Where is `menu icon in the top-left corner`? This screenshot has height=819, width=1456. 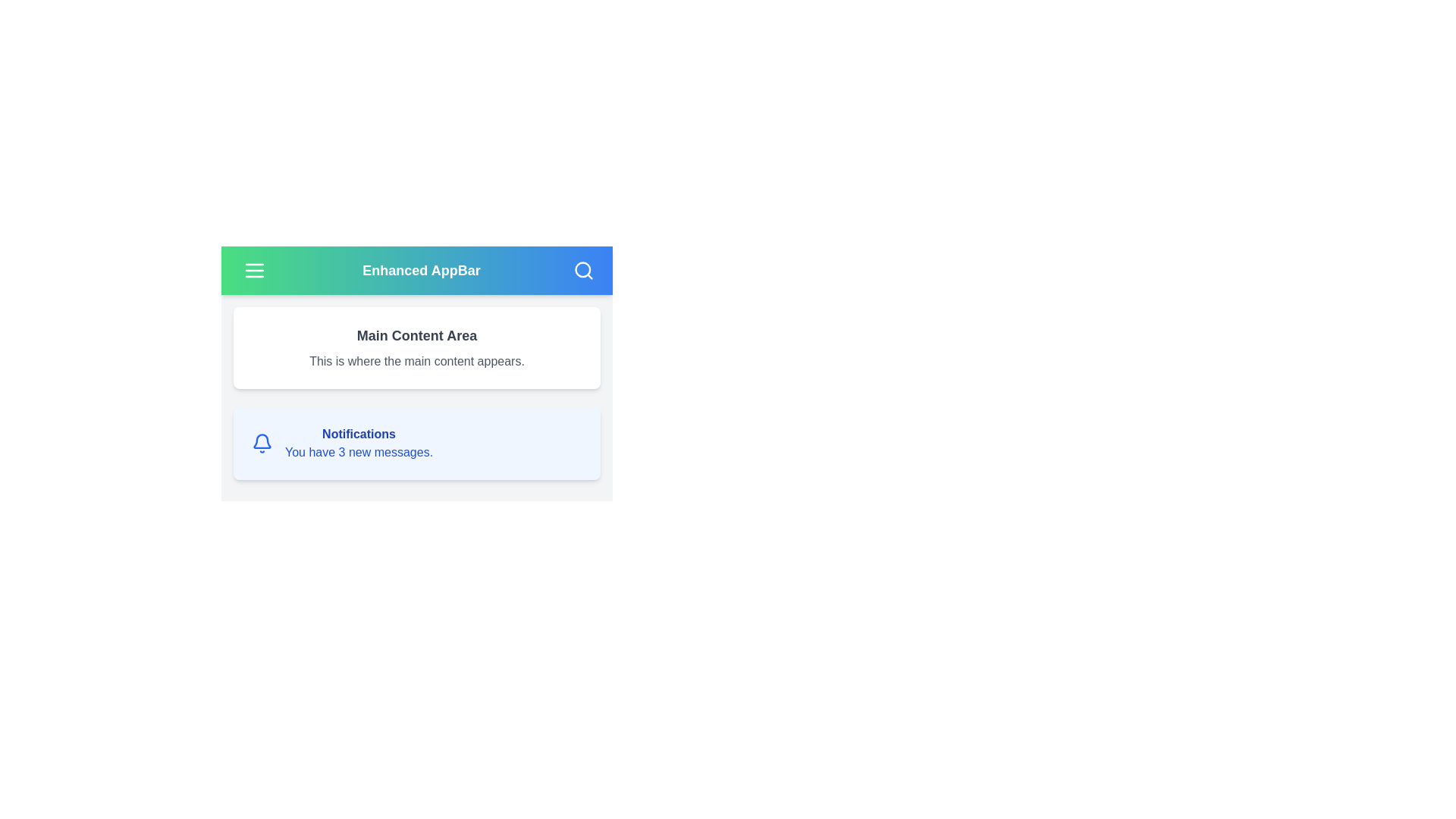 menu icon in the top-left corner is located at coordinates (255, 270).